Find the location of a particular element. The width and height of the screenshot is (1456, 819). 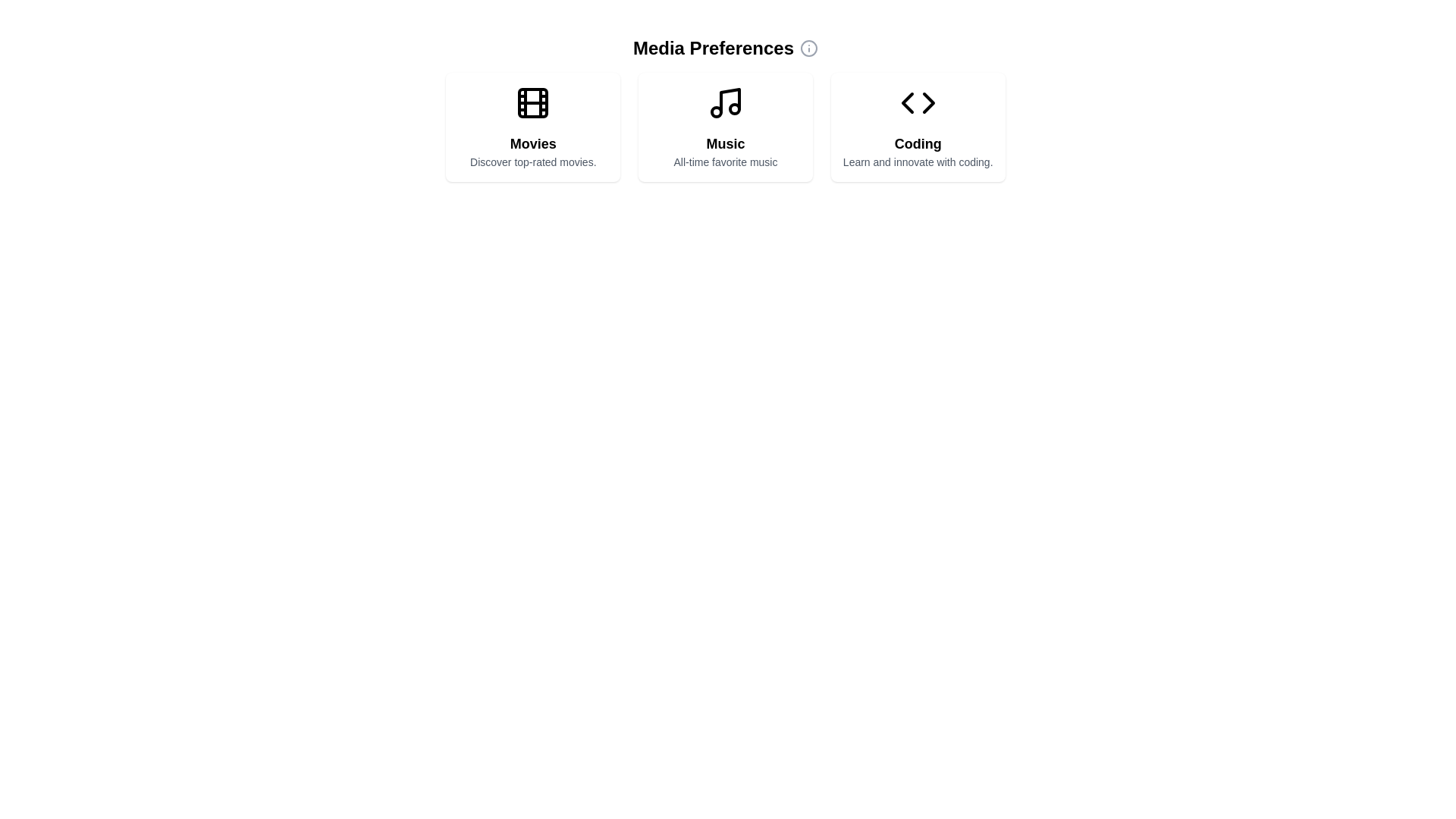

the left-pointing triangular arrow within the Coding card on the right side of the interface is located at coordinates (907, 102).